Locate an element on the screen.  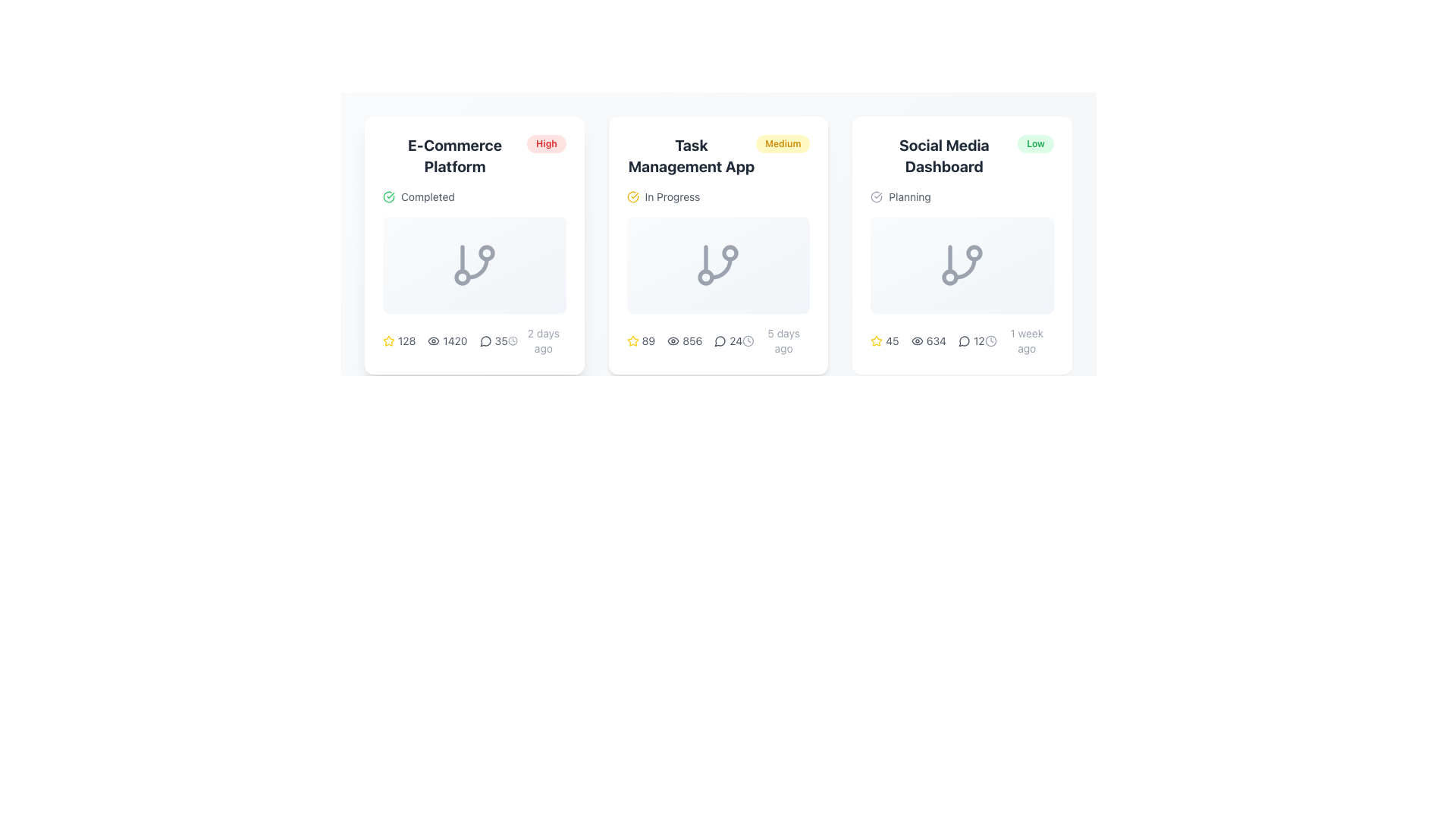
the number '856' displayed next to the eye icon in the bottom segment of the second card in the Task Management App is located at coordinates (684, 341).